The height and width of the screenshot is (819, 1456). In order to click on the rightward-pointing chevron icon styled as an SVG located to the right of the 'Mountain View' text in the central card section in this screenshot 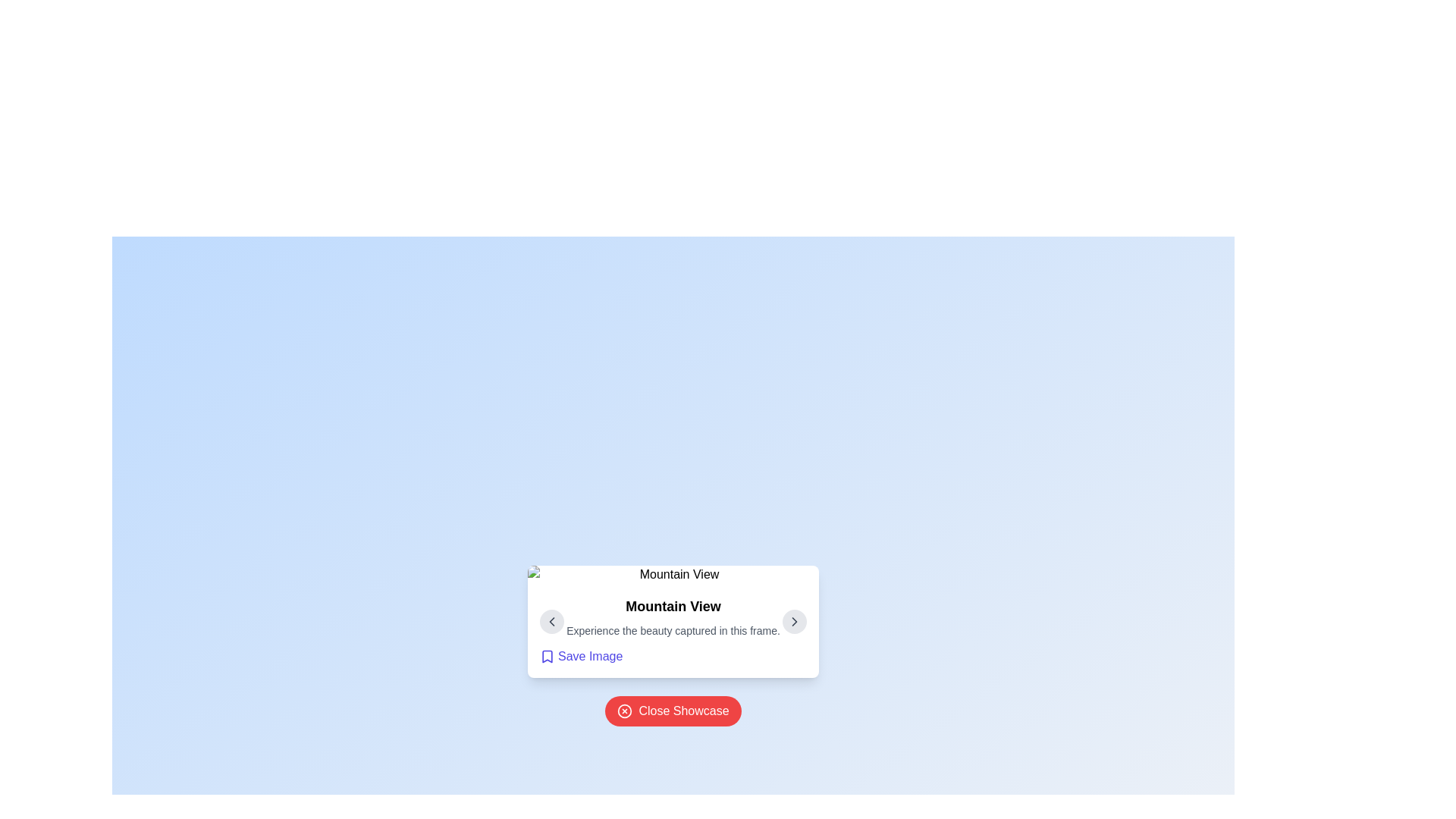, I will do `click(793, 622)`.